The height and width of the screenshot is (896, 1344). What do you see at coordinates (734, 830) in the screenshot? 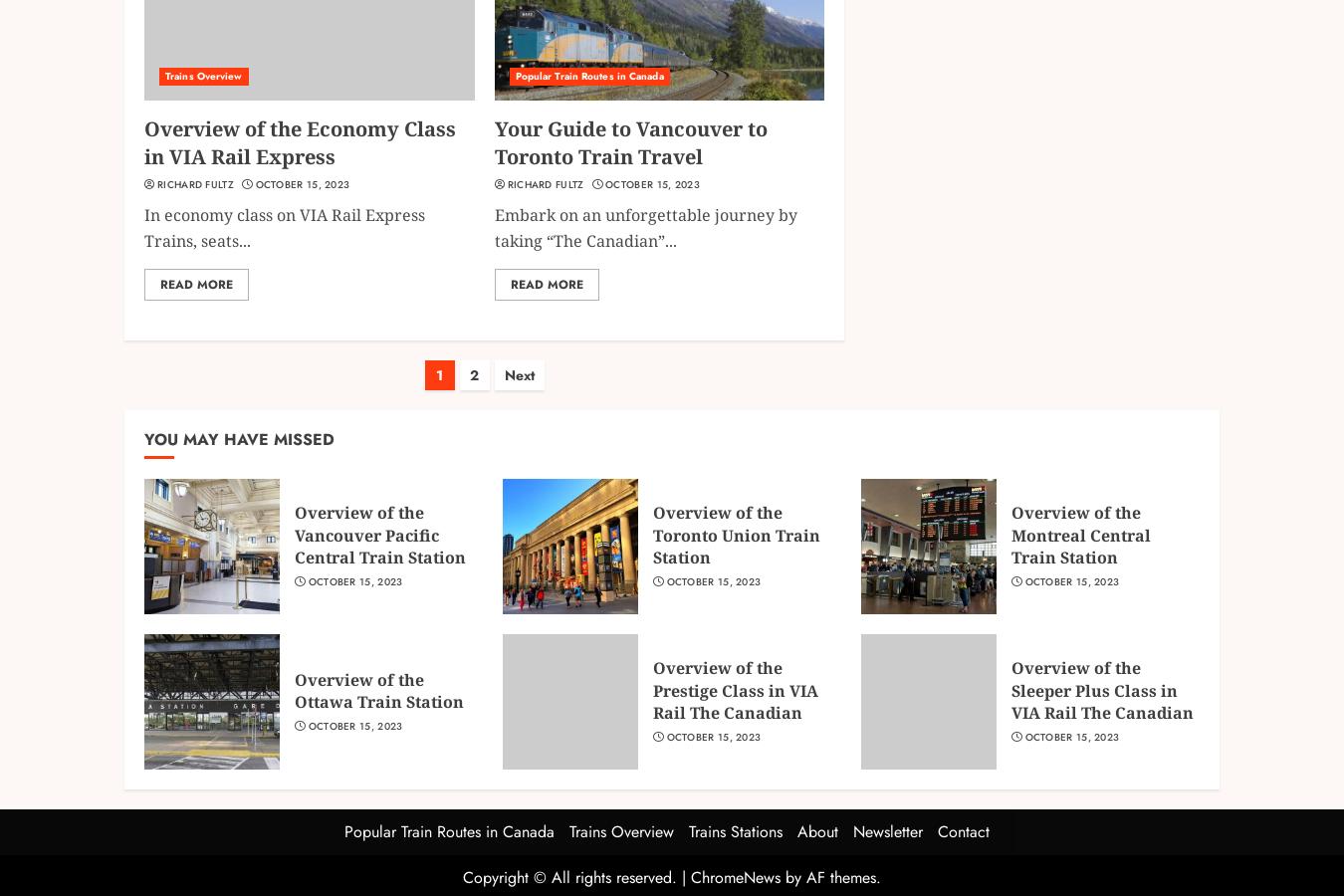
I see `'Trains Stations'` at bounding box center [734, 830].